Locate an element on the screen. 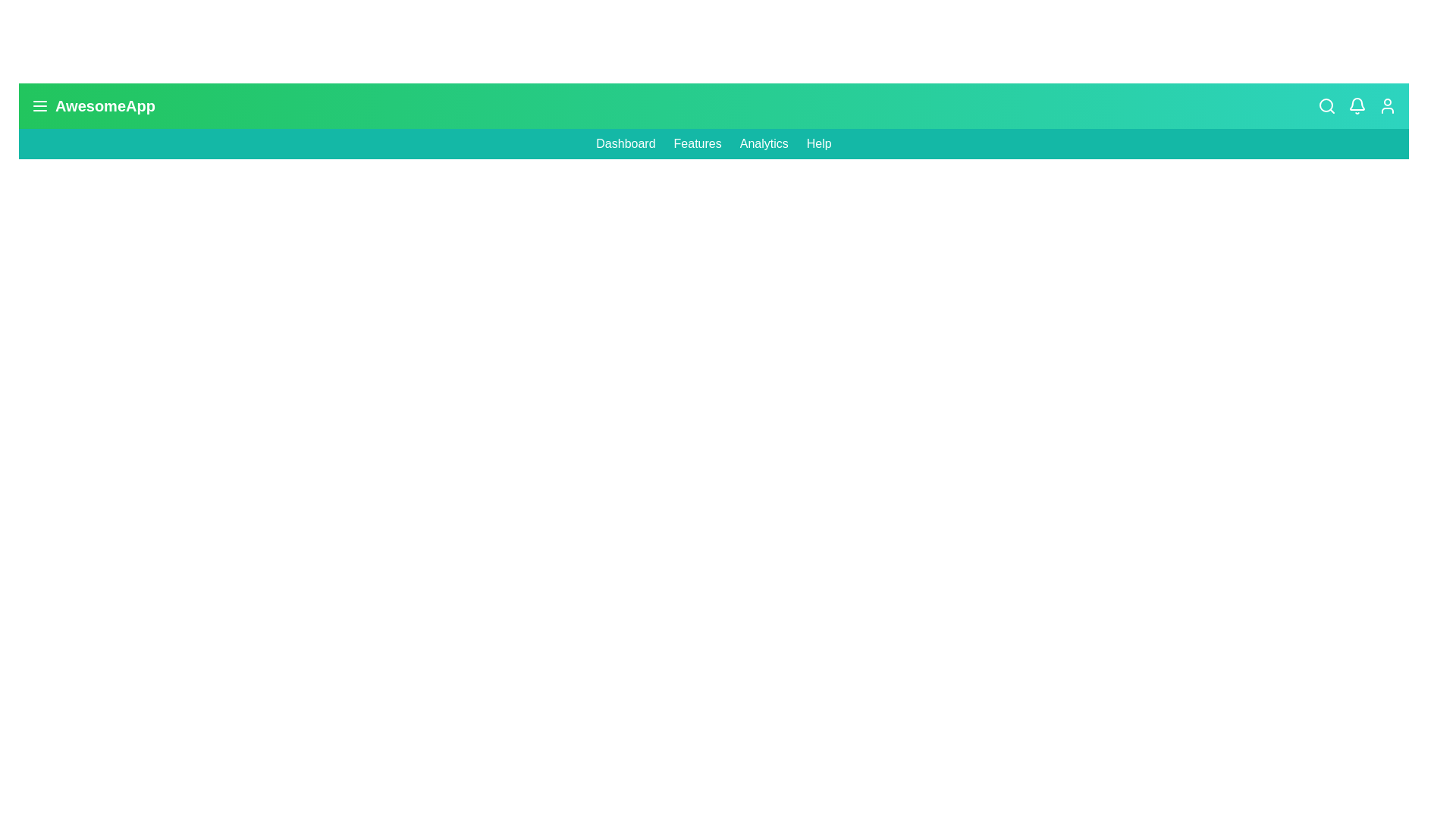 The width and height of the screenshot is (1456, 819). the menu toggle button to toggle the navigation menu visibility is located at coordinates (39, 105).